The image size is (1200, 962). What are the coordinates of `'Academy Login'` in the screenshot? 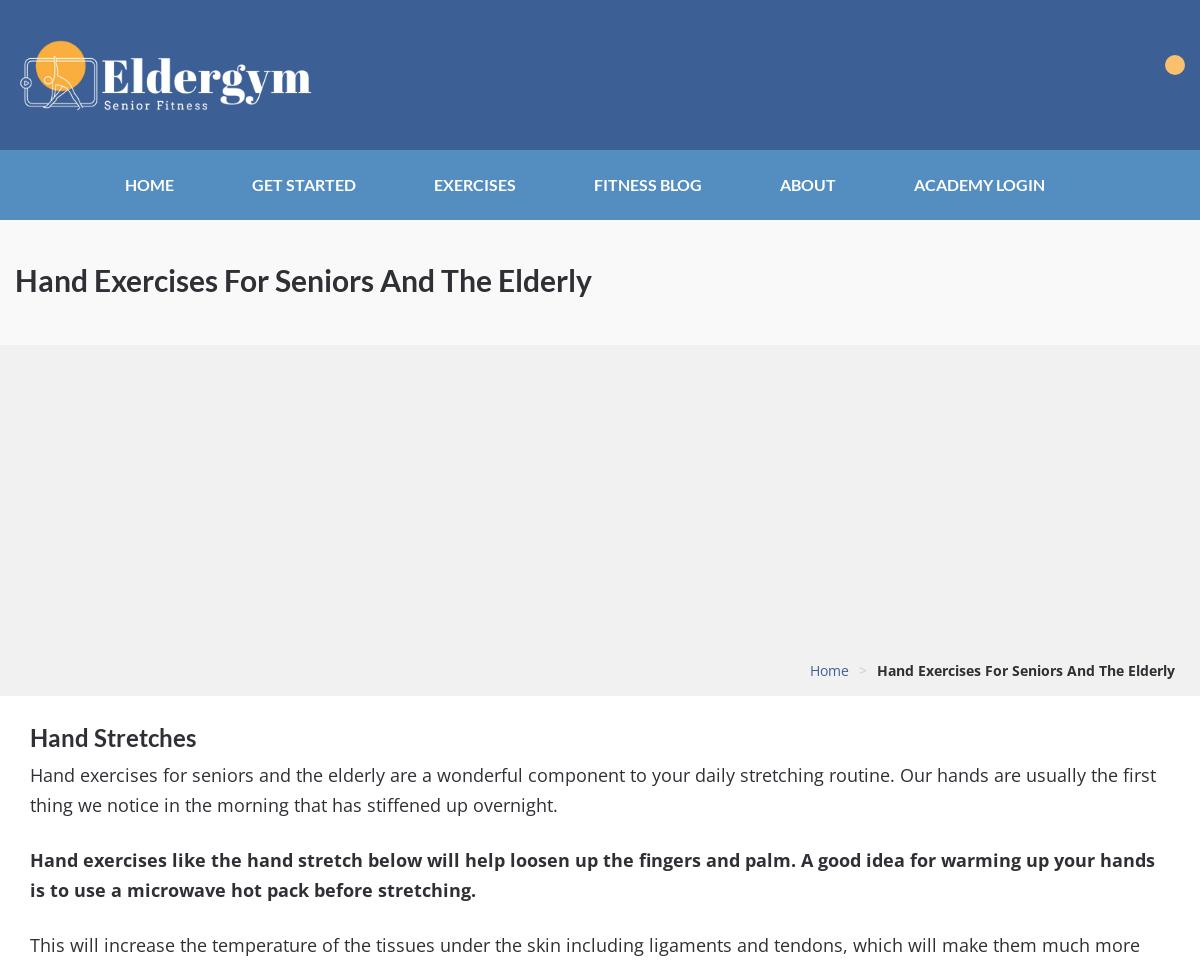 It's located at (979, 184).